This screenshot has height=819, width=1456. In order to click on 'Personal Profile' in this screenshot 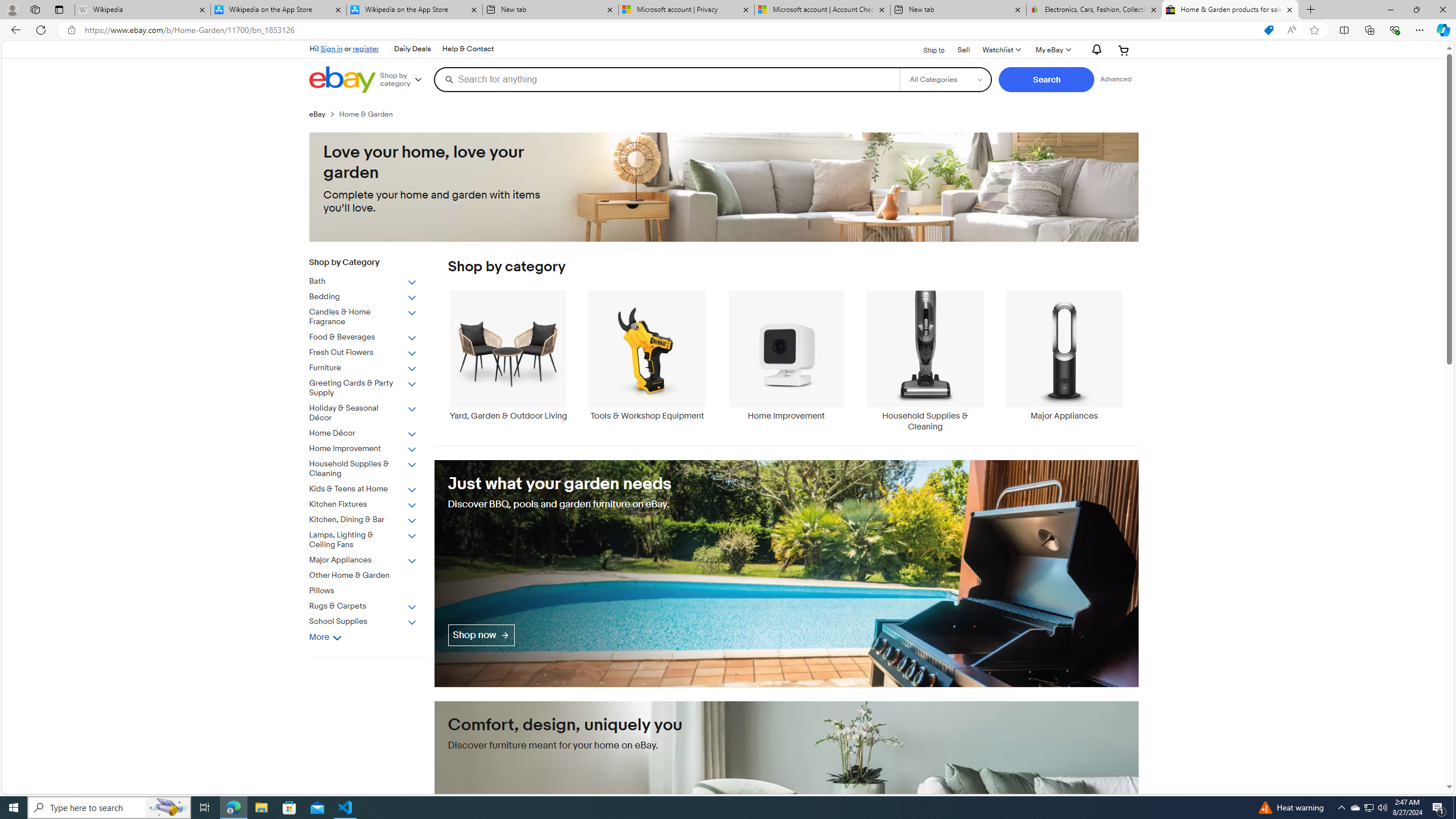, I will do `click(11, 9)`.